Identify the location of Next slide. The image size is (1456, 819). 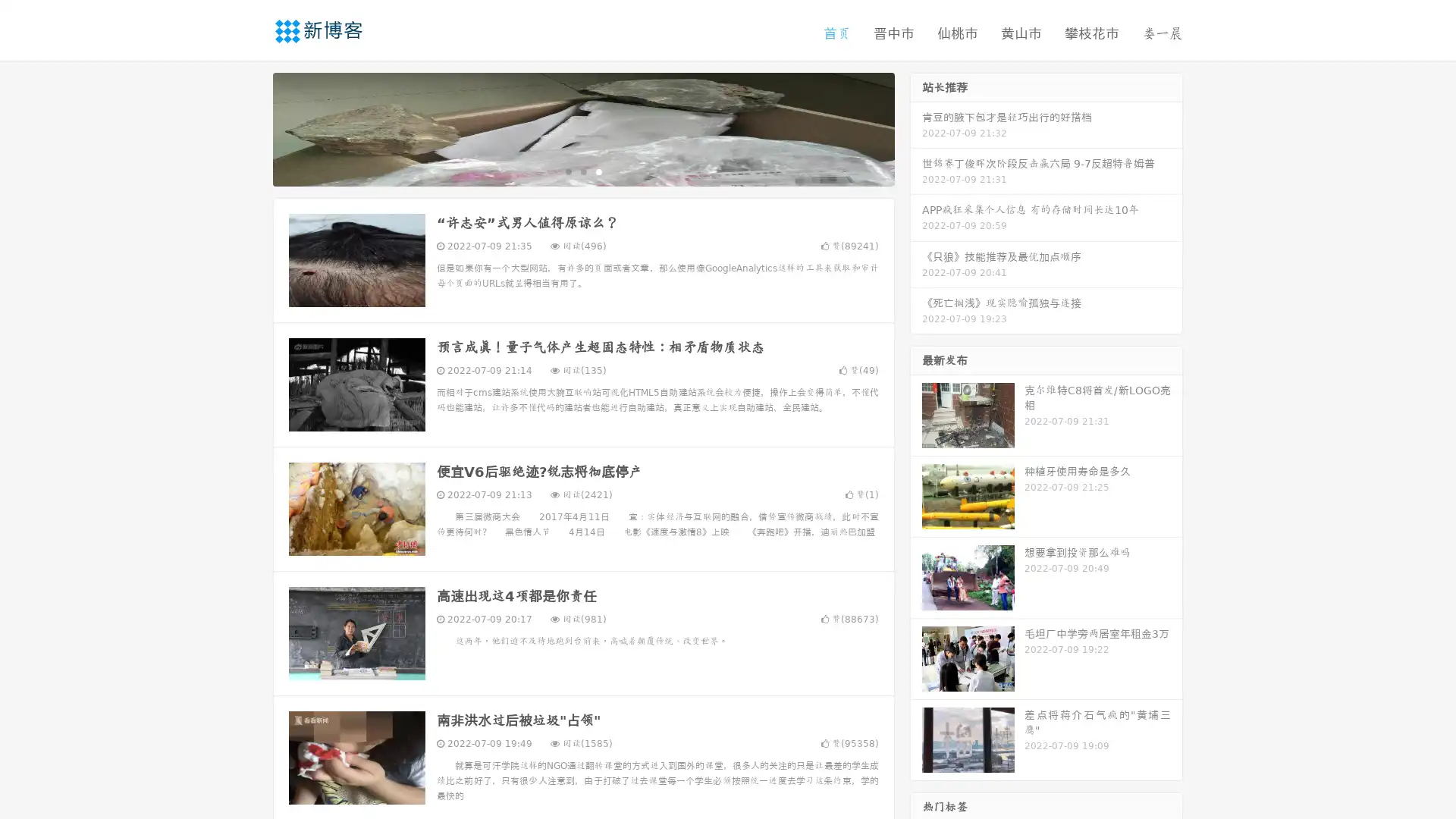
(916, 127).